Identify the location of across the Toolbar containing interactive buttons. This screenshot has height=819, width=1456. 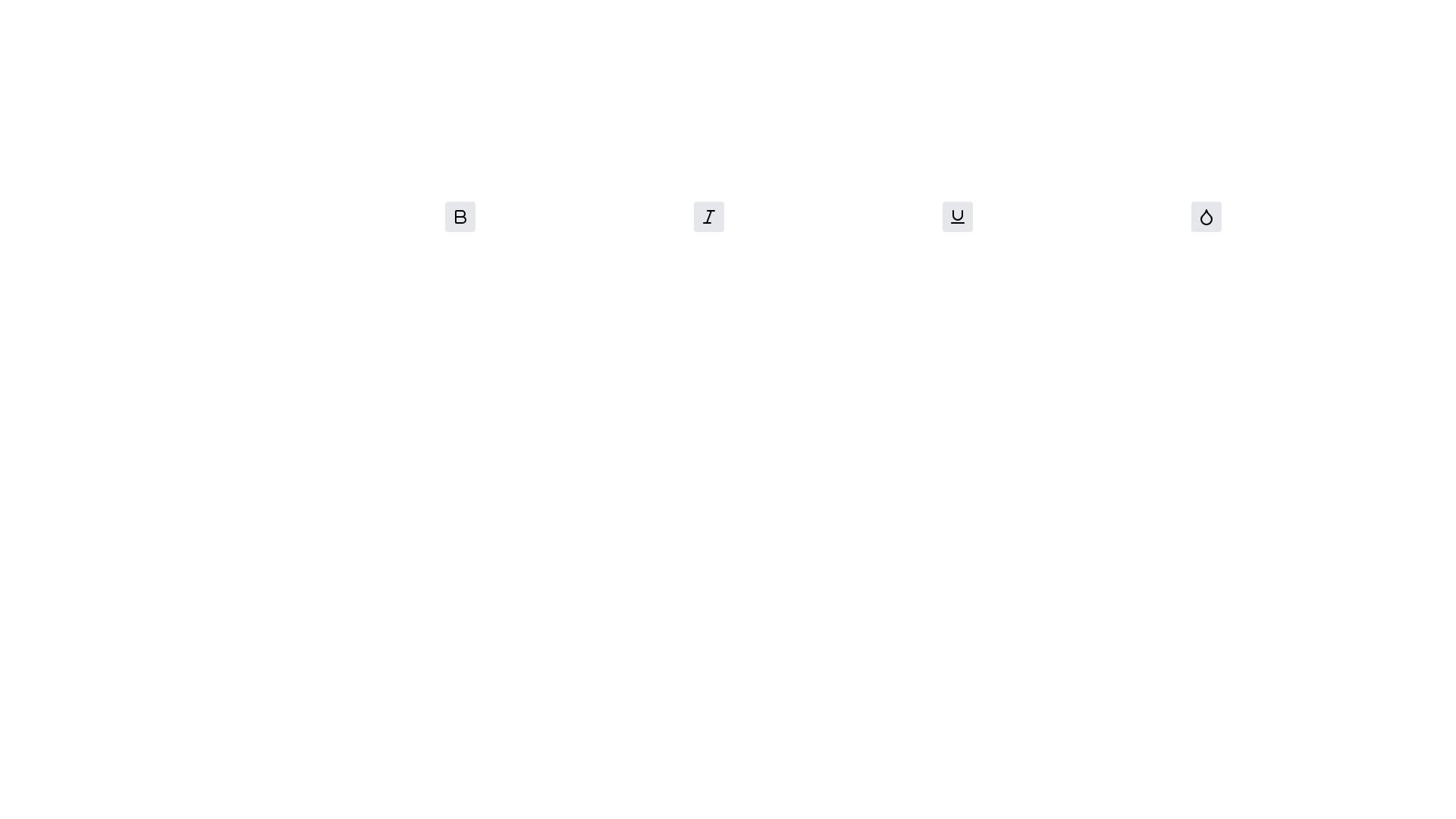
(833, 222).